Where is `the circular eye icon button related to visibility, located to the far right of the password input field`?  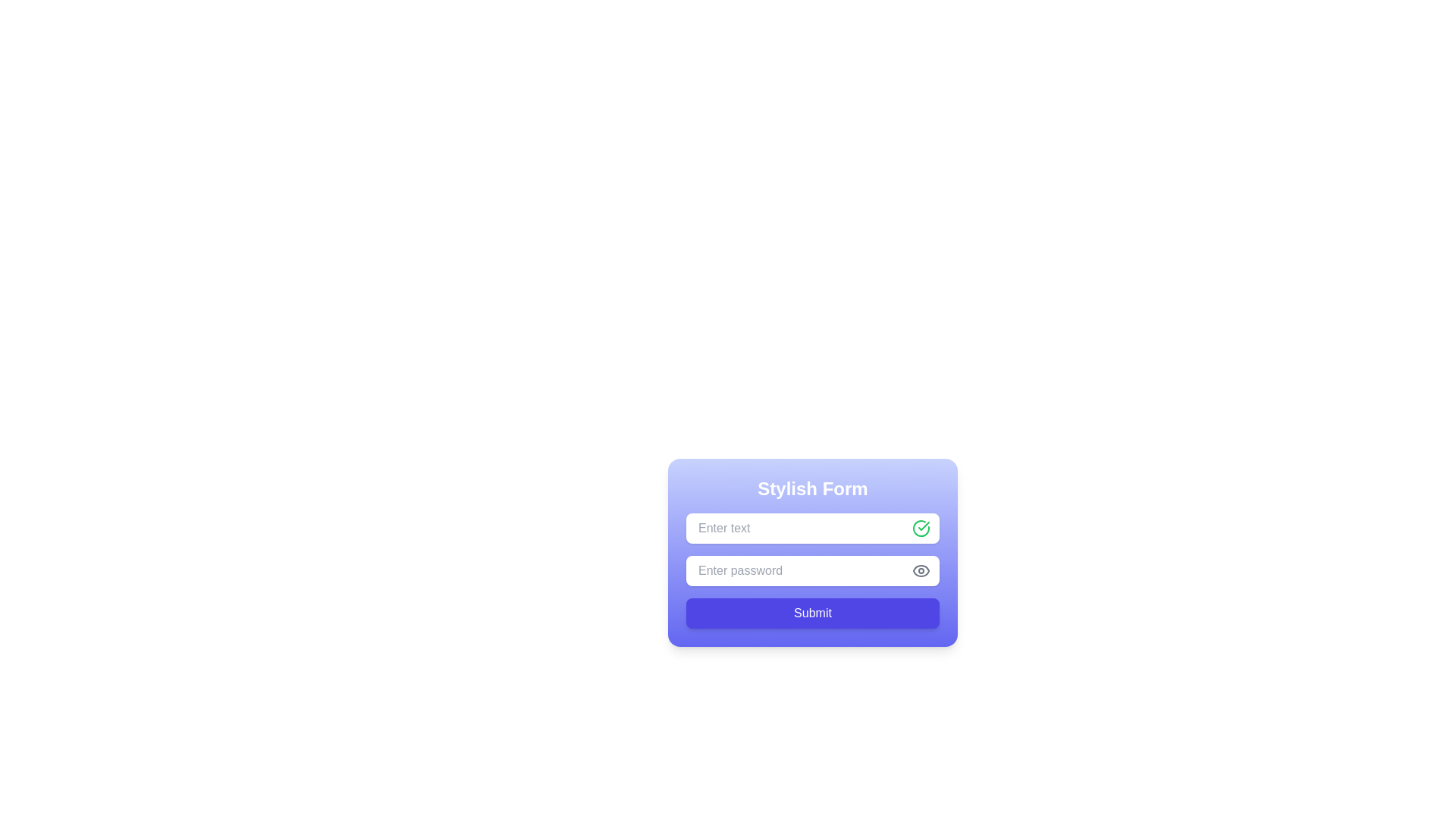 the circular eye icon button related to visibility, located to the far right of the password input field is located at coordinates (920, 570).